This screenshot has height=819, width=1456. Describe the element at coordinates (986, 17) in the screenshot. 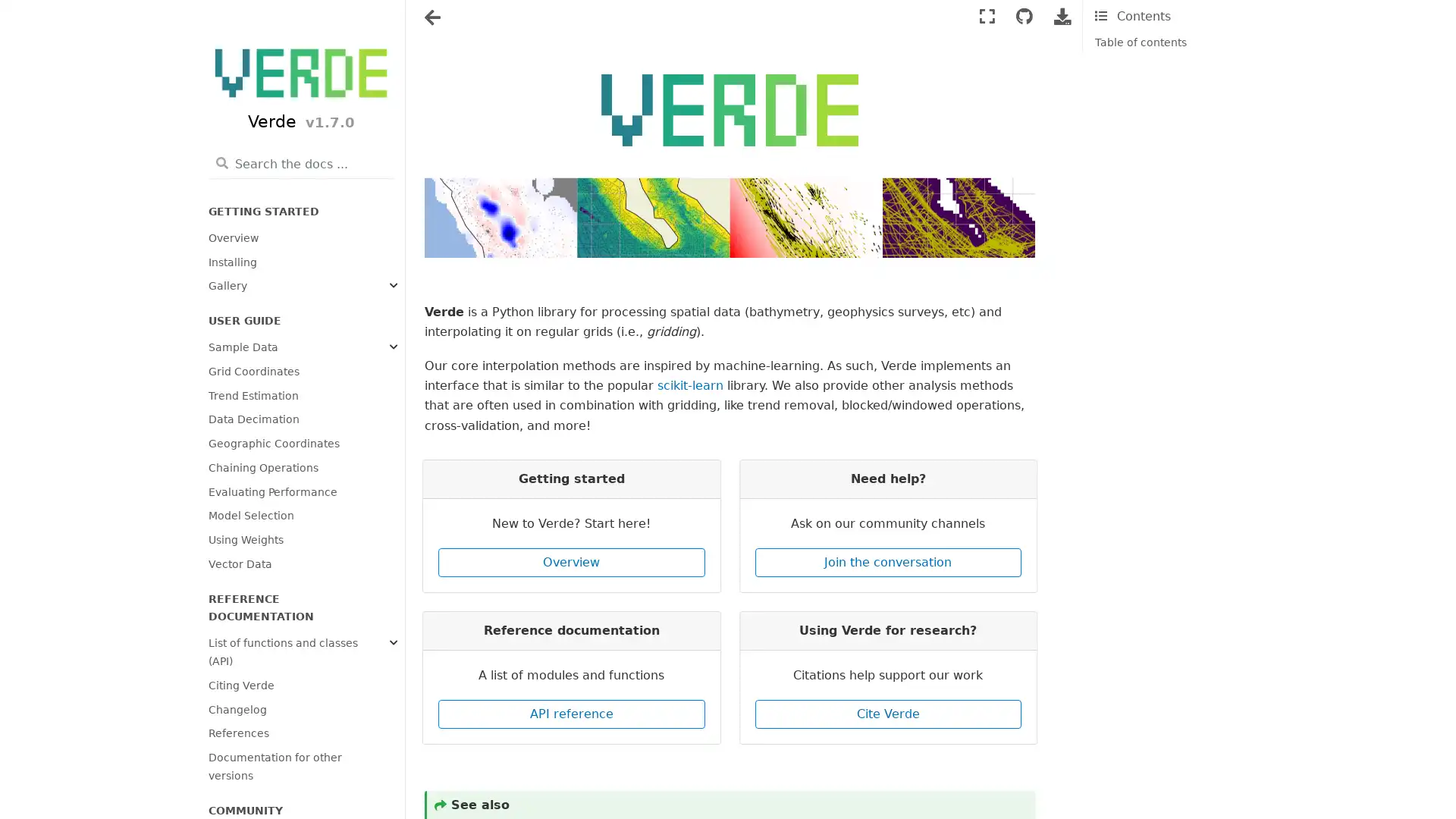

I see `Fullscreen mode` at that location.